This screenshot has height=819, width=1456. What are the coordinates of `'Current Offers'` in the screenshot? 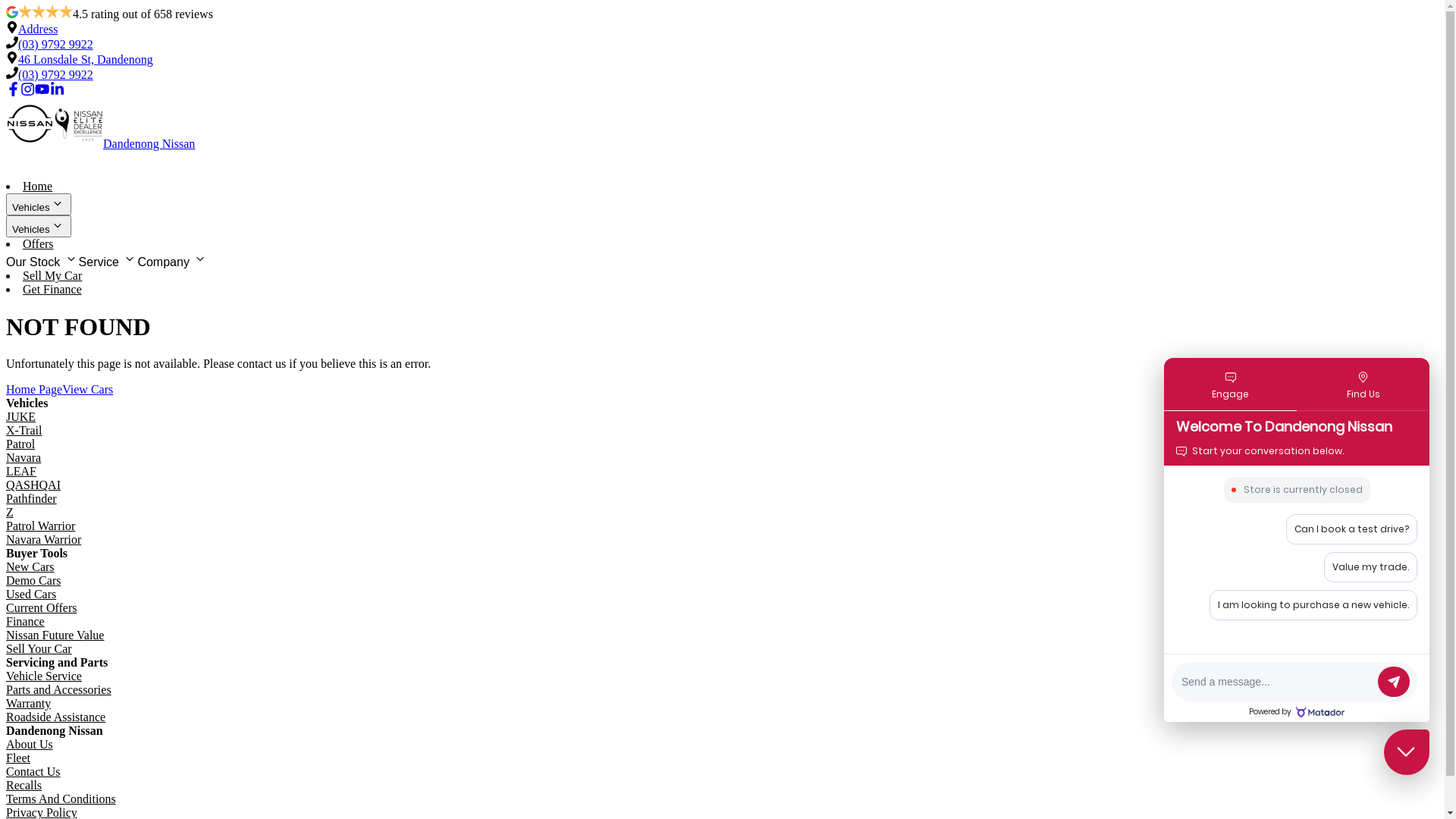 It's located at (6, 607).